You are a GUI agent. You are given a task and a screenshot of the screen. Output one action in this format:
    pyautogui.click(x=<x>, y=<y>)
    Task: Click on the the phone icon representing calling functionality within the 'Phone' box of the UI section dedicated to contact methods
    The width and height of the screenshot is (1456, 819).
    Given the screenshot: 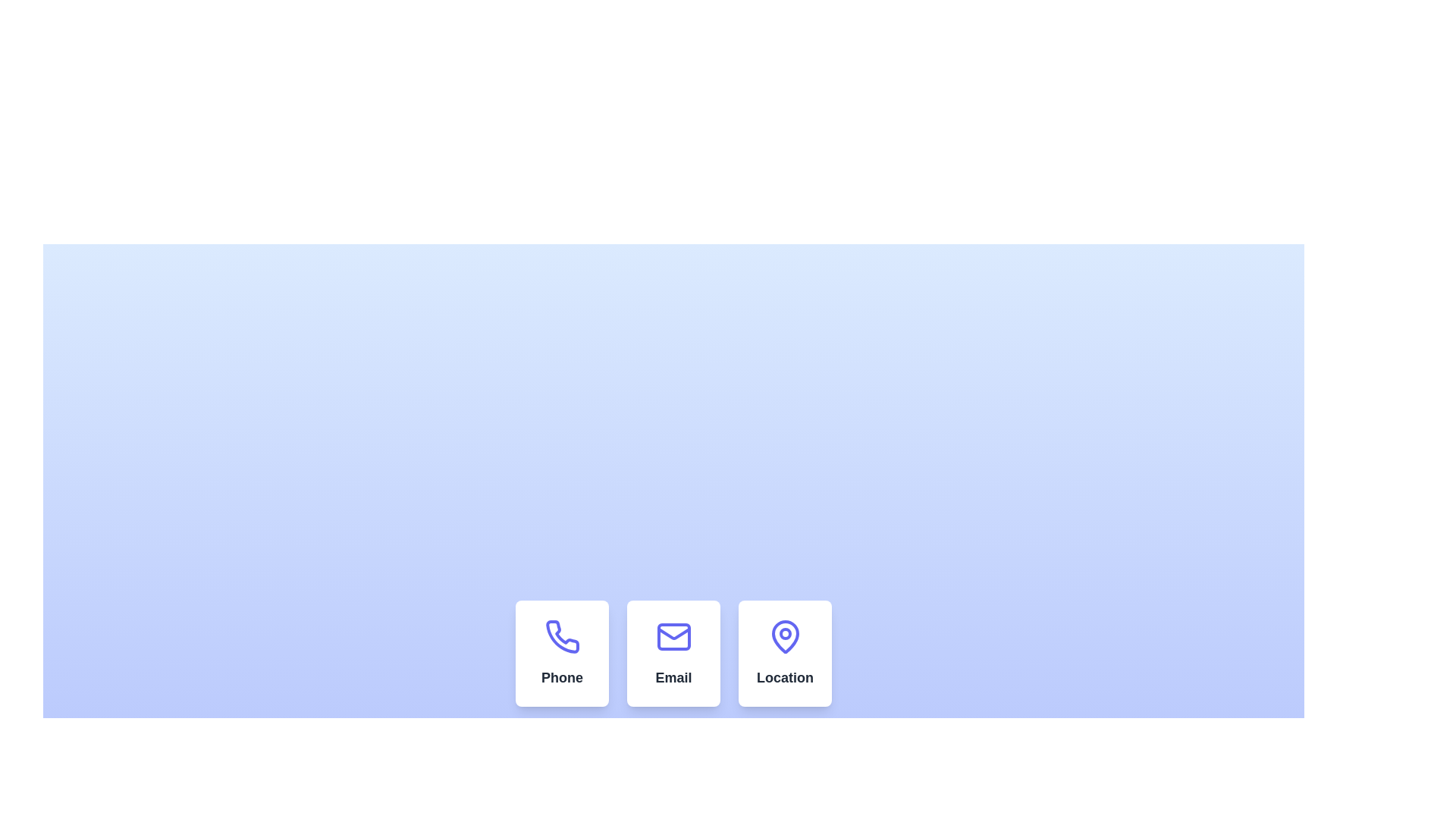 What is the action you would take?
    pyautogui.click(x=561, y=636)
    